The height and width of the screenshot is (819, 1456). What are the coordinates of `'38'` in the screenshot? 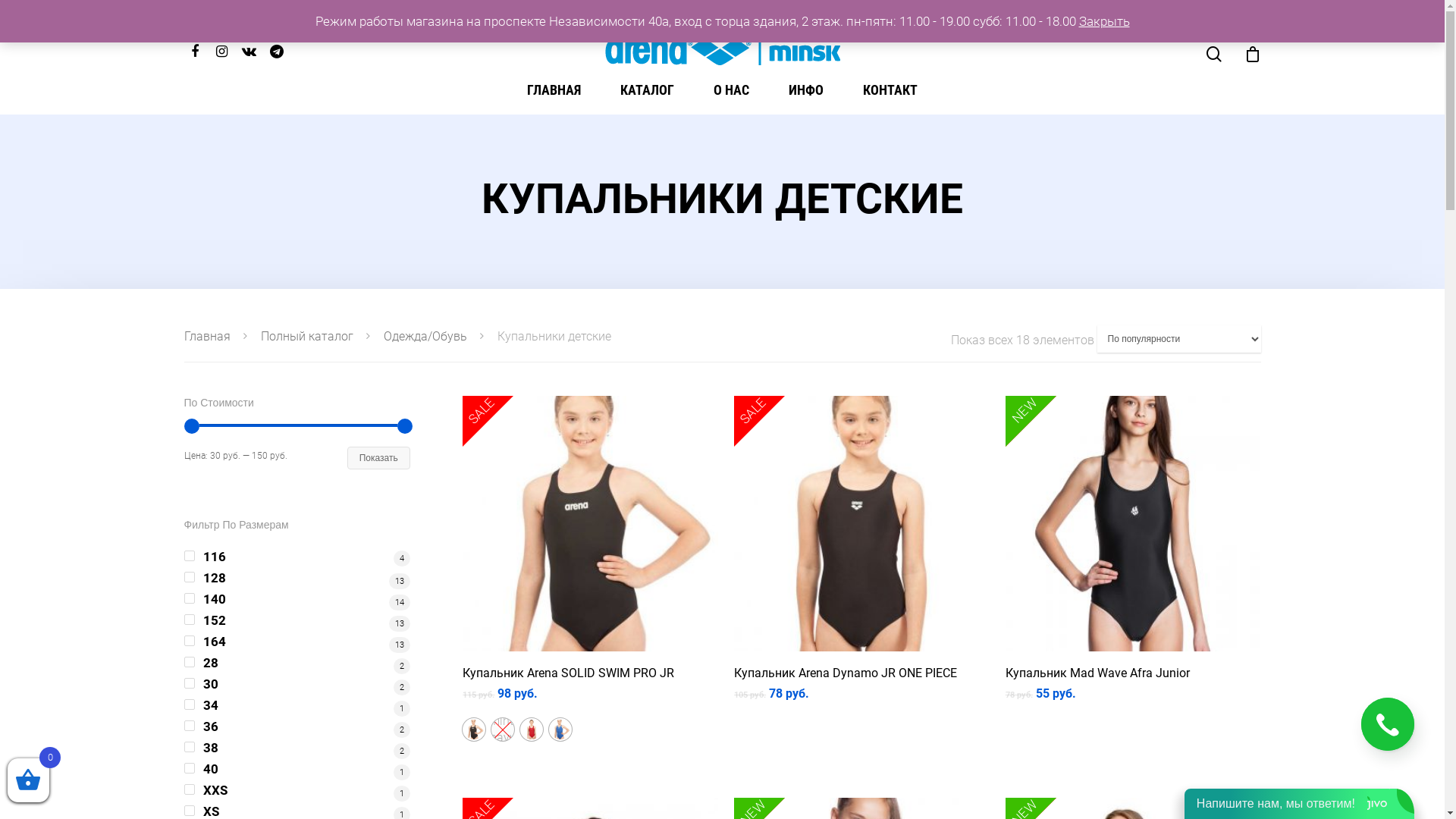 It's located at (182, 747).